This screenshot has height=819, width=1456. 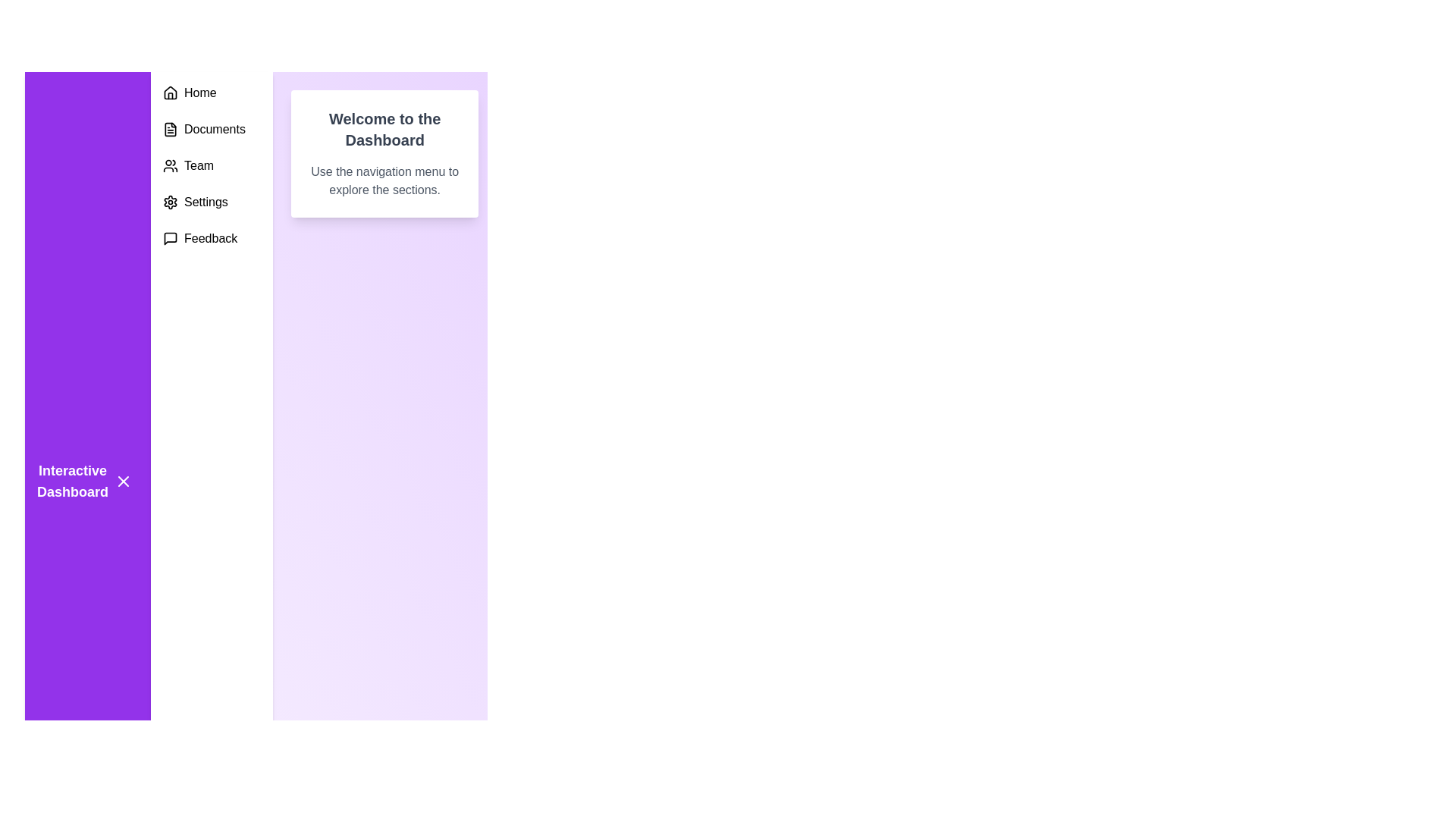 I want to click on the document icon located in the left navigation panel, which has a rectangular base and a folded corner, positioned between the 'Home' icon above and the 'Team' icon below, so click(x=171, y=128).